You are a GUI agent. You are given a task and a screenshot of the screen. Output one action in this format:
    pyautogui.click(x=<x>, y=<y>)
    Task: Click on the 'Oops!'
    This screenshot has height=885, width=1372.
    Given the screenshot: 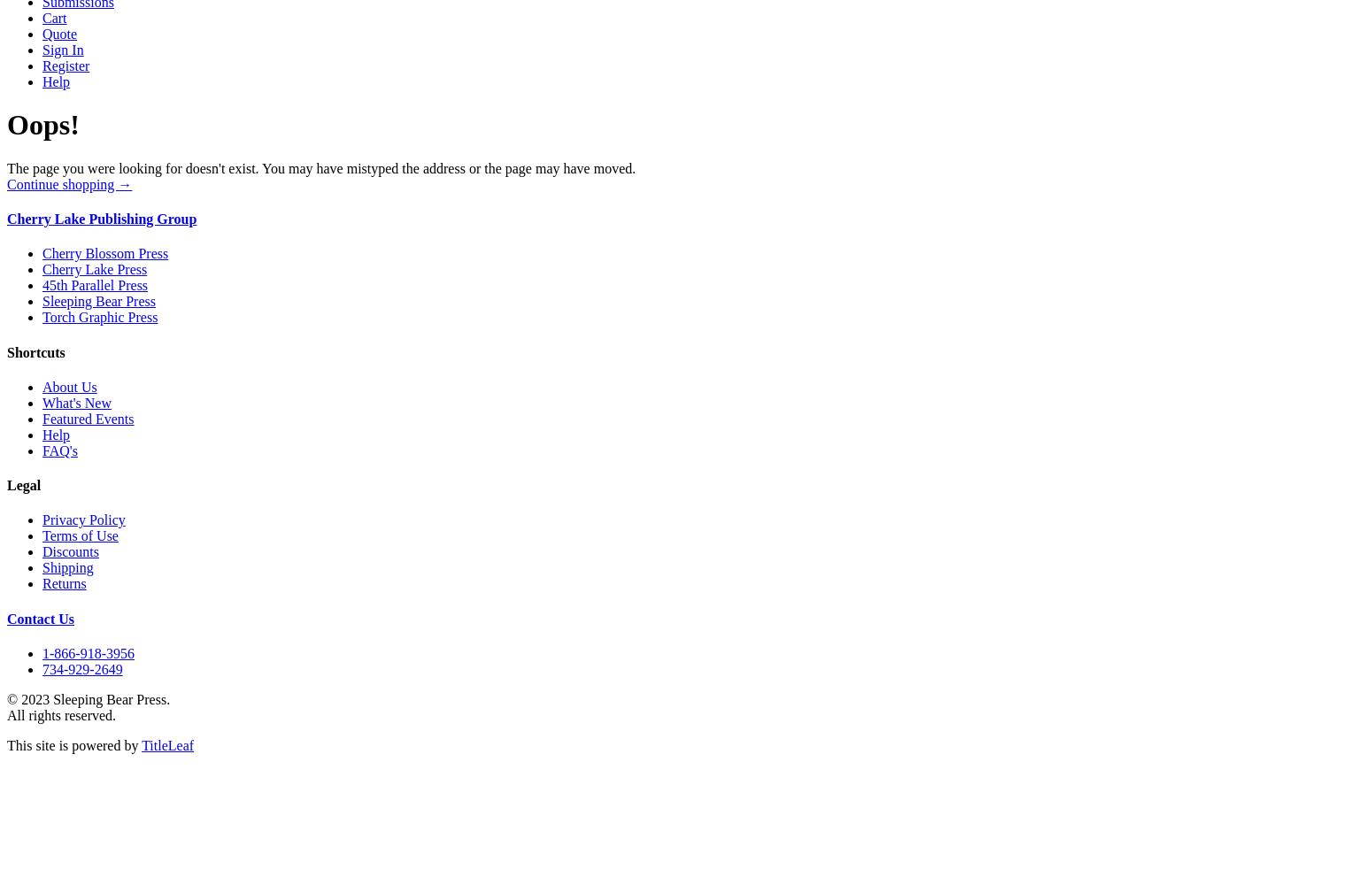 What is the action you would take?
    pyautogui.click(x=42, y=125)
    